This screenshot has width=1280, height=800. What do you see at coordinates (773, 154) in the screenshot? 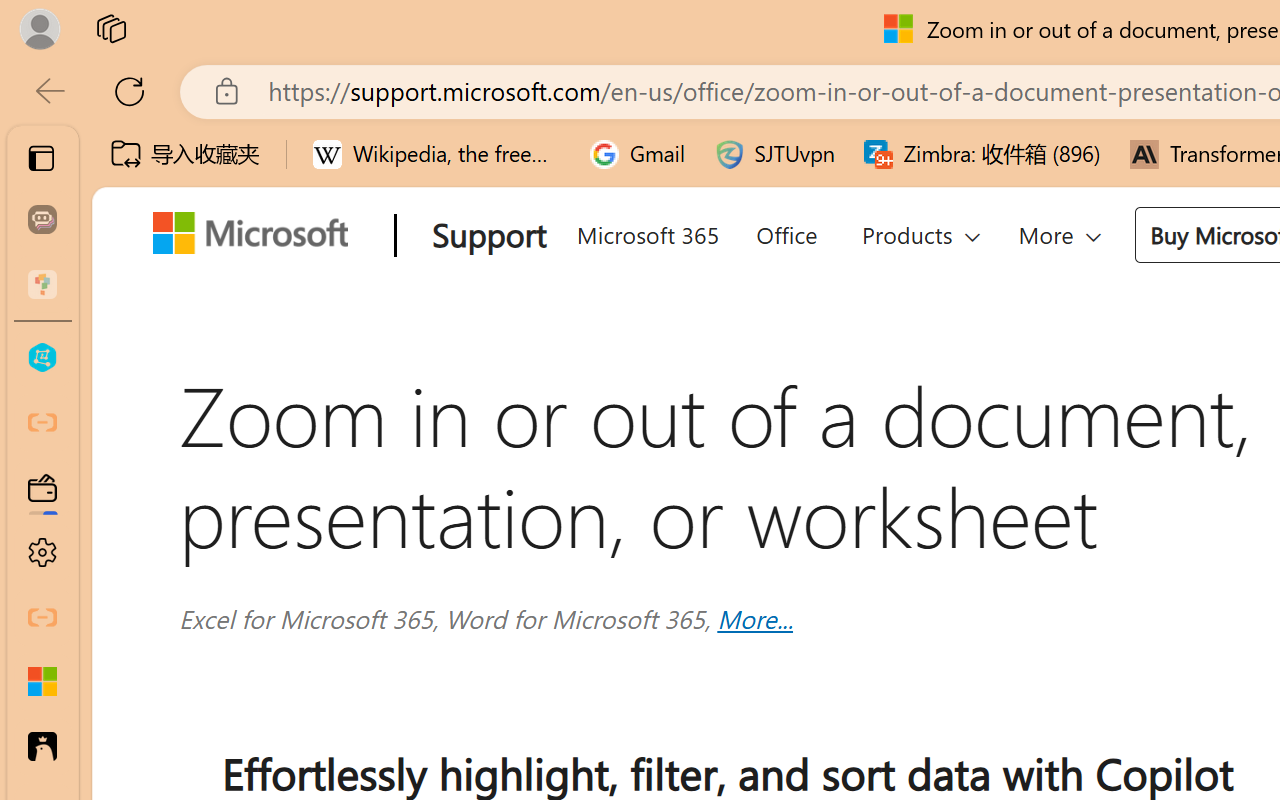
I see `'SJTUvpn'` at bounding box center [773, 154].